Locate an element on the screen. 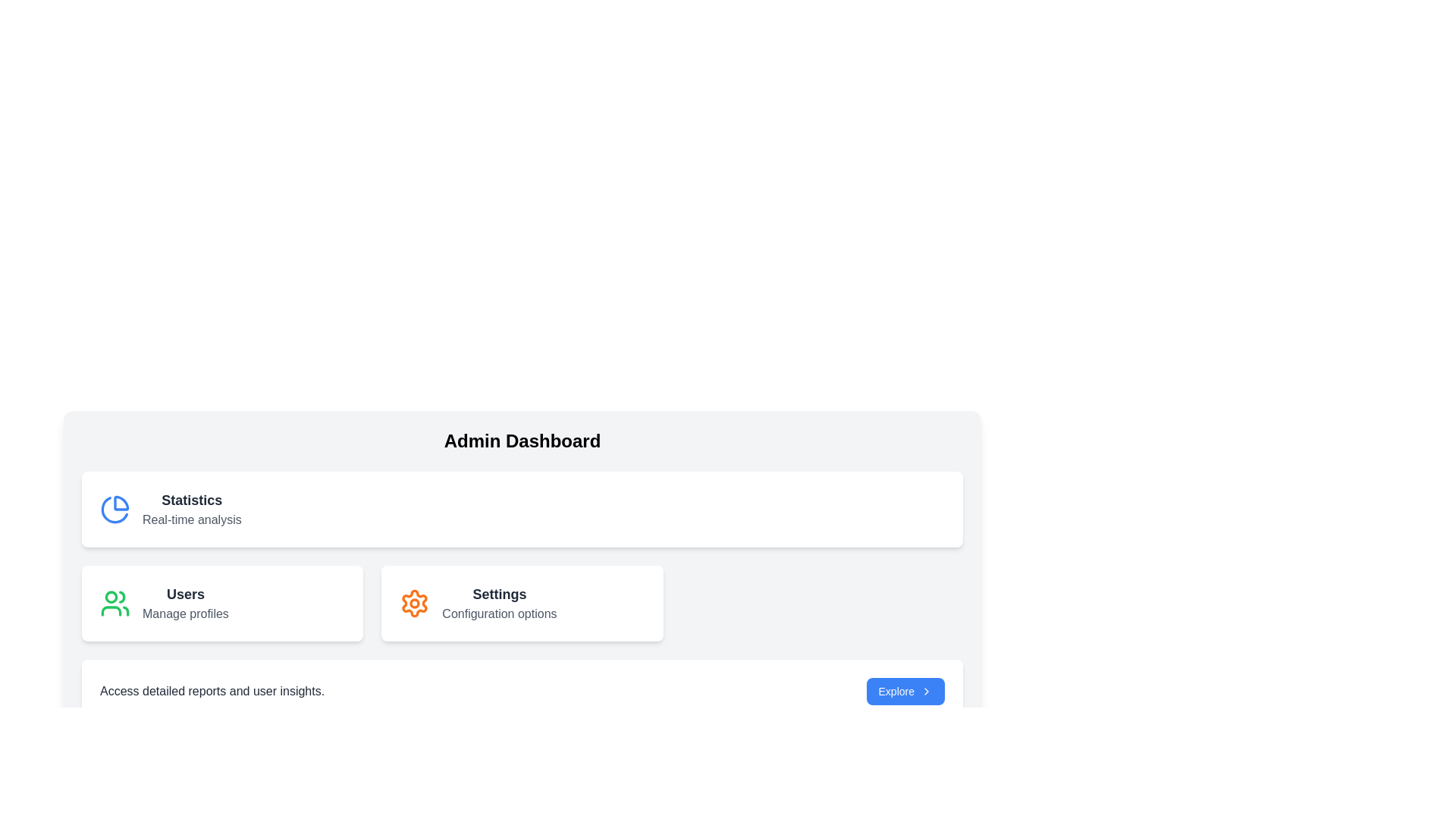 The image size is (1456, 819). the text label providing additional information beneath the 'Statistics' label, which is part of the real-time analysis interface is located at coordinates (191, 519).